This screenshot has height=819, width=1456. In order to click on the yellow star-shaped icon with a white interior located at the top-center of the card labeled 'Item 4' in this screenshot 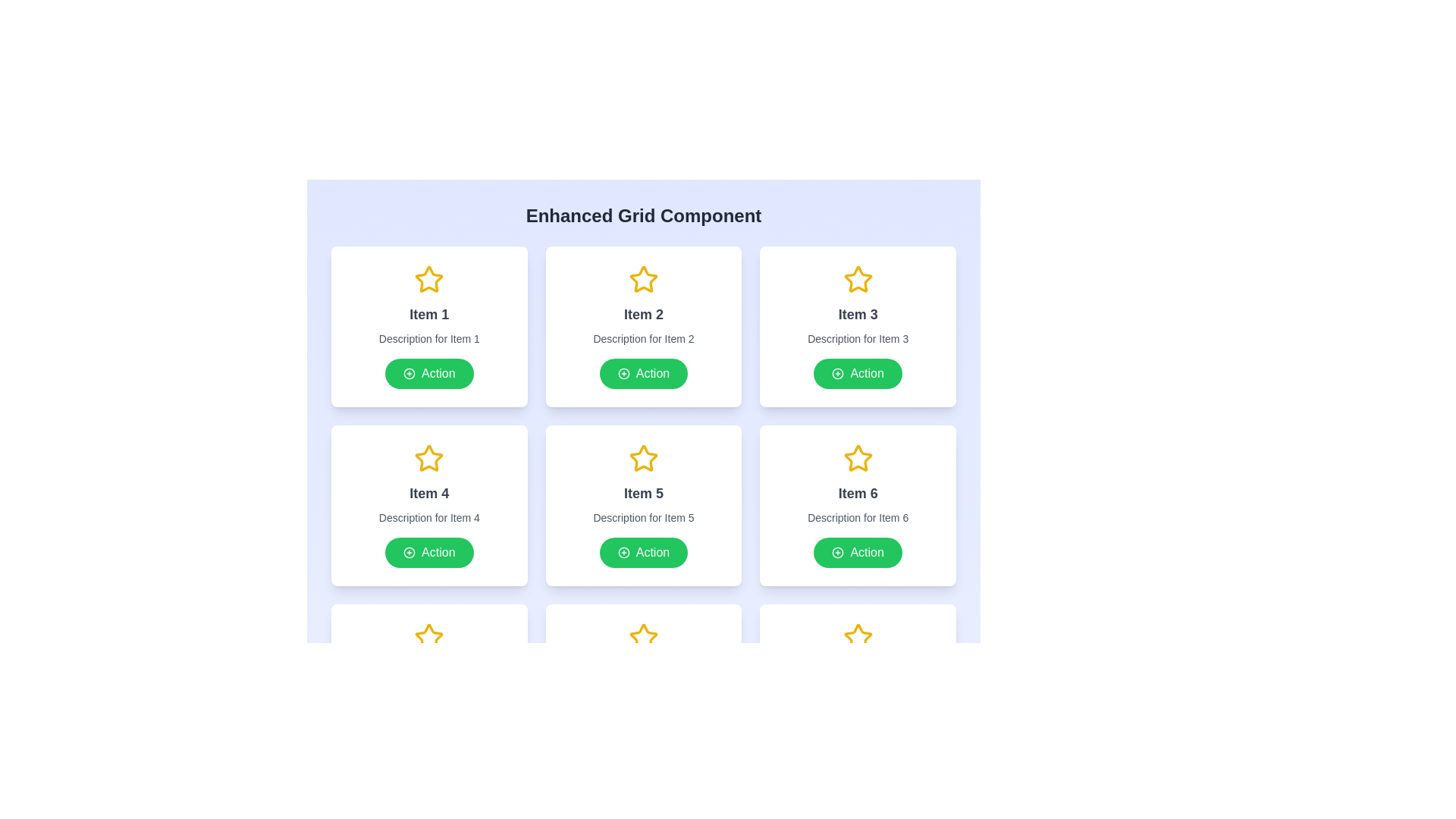, I will do `click(428, 458)`.